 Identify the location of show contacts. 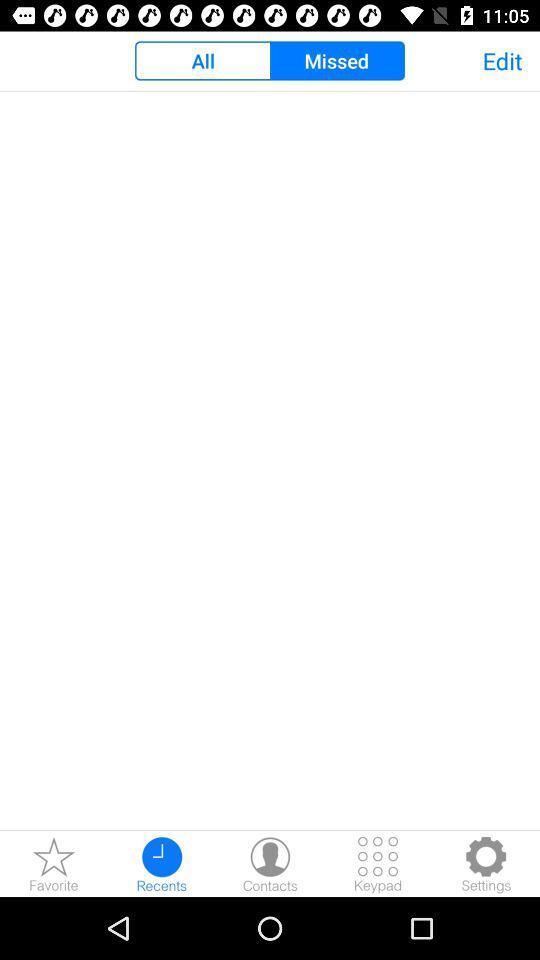
(270, 863).